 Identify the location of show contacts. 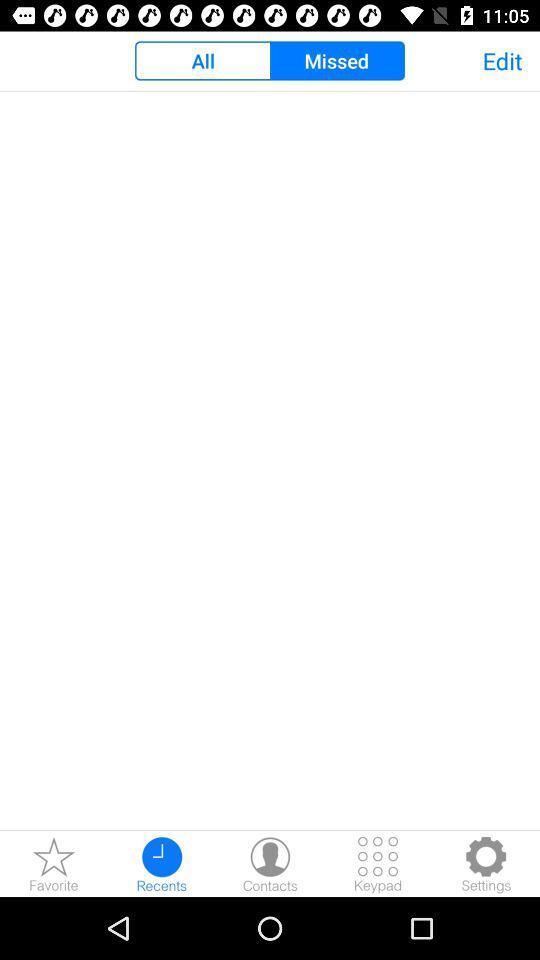
(270, 863).